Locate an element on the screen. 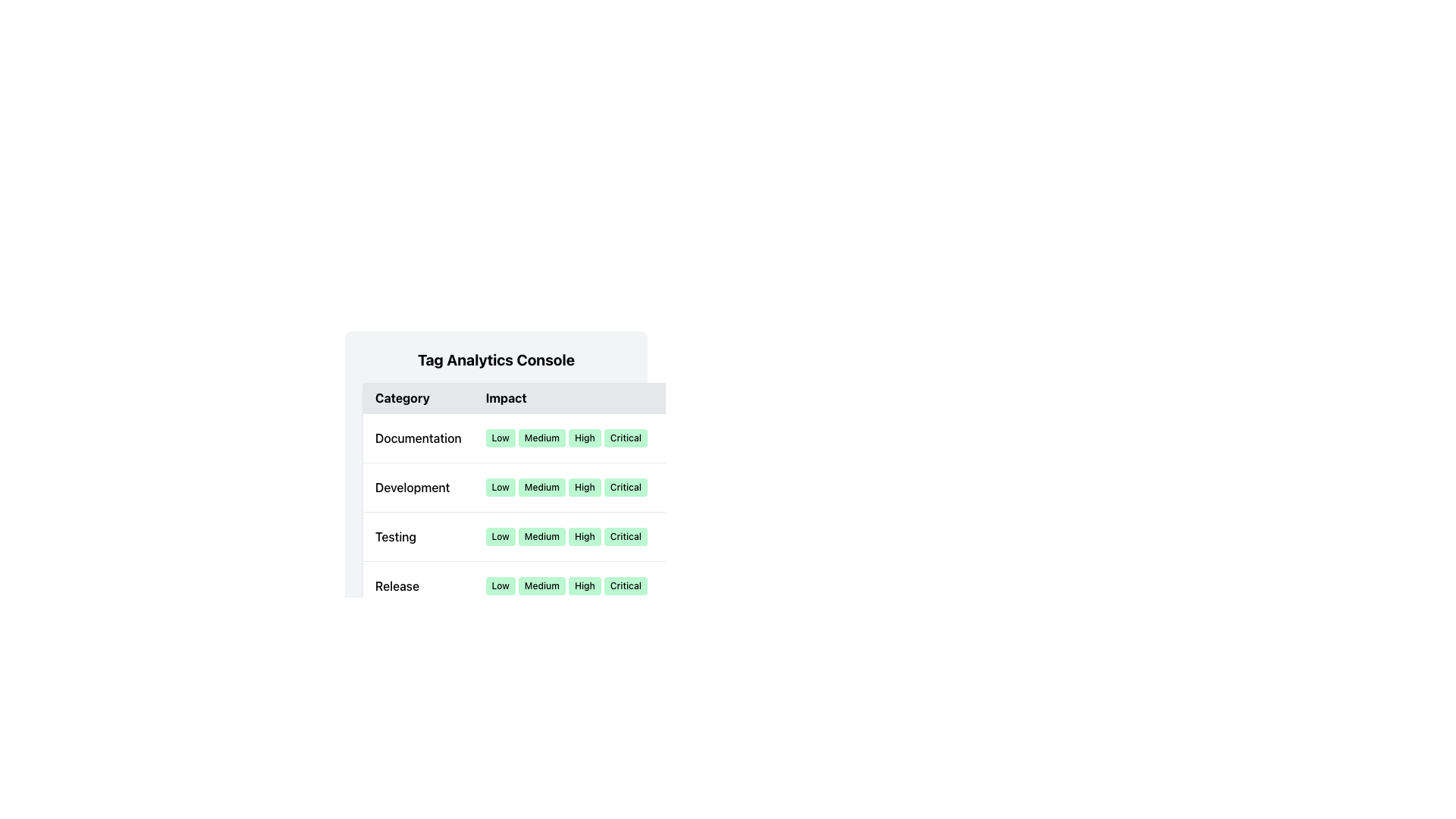  the row of styled labels or tags labeled 'Low,' 'Medium,' 'High,' and 'Critical' is located at coordinates (566, 585).